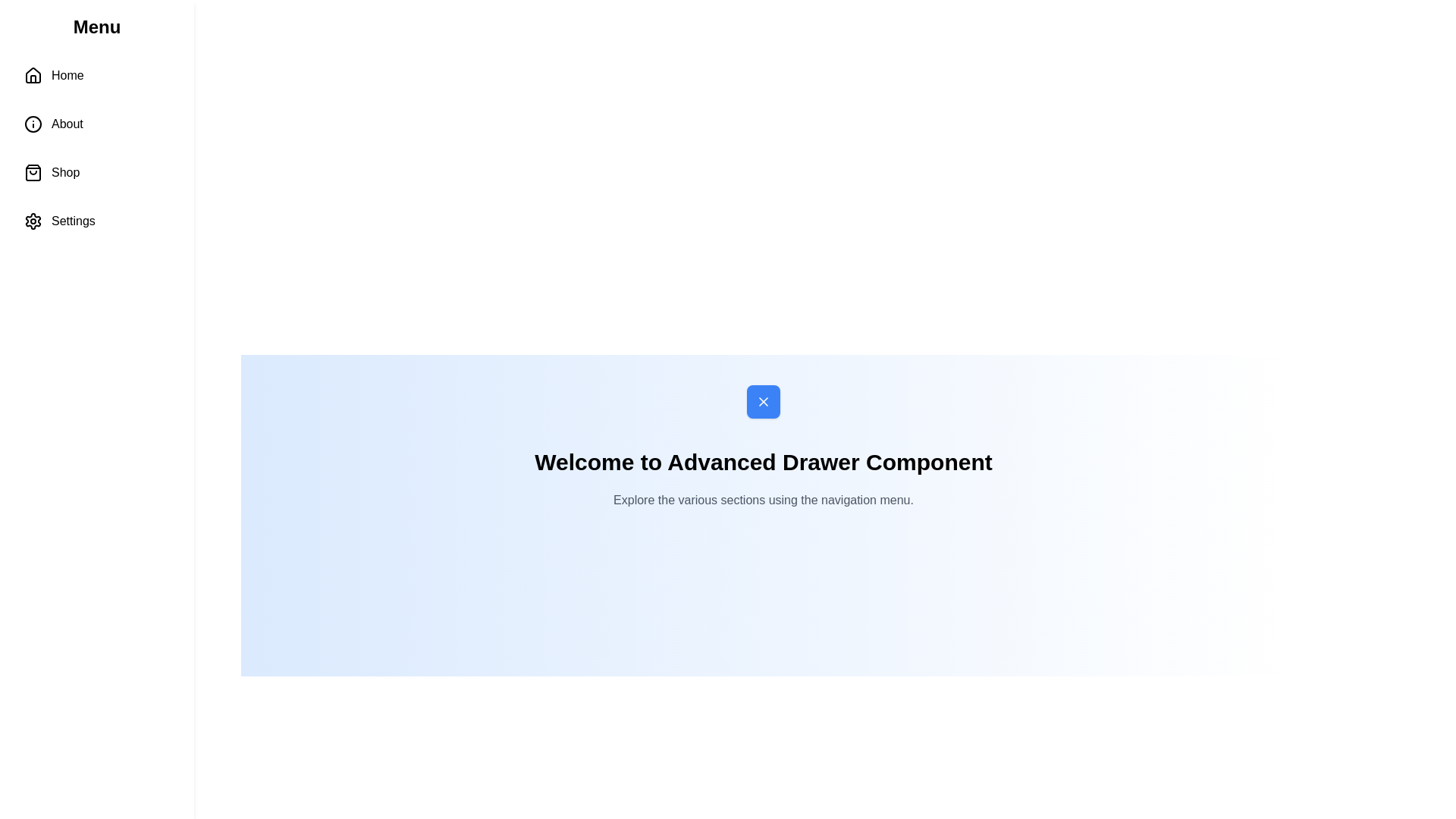 The width and height of the screenshot is (1456, 819). I want to click on the bold, large-sized, black-colored text that says 'Menu', which is positioned at the top left of the sidebar, serving as a title for the navigation menu, so click(96, 27).